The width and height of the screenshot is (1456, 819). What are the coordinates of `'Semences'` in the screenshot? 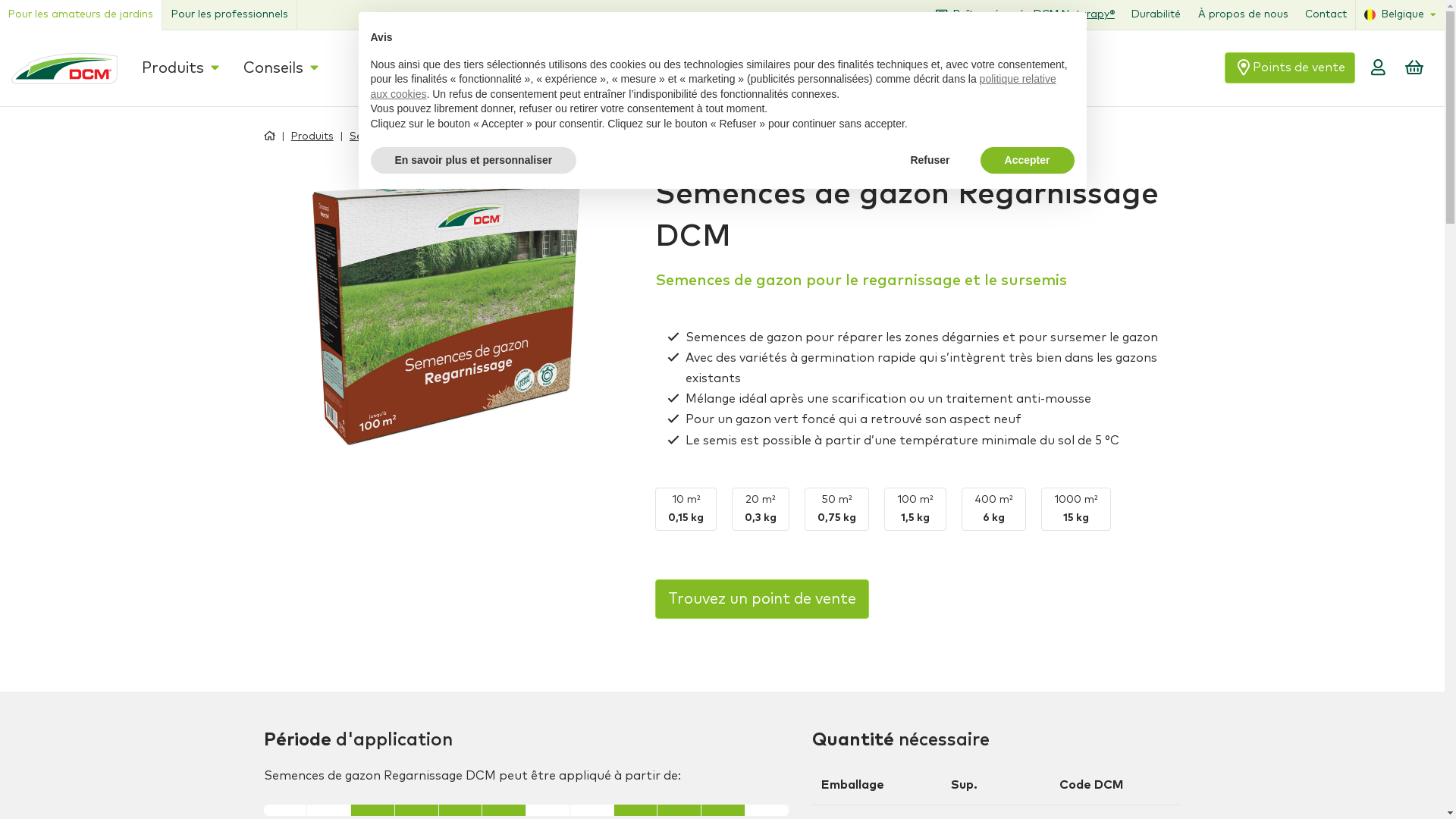 It's located at (337, 134).